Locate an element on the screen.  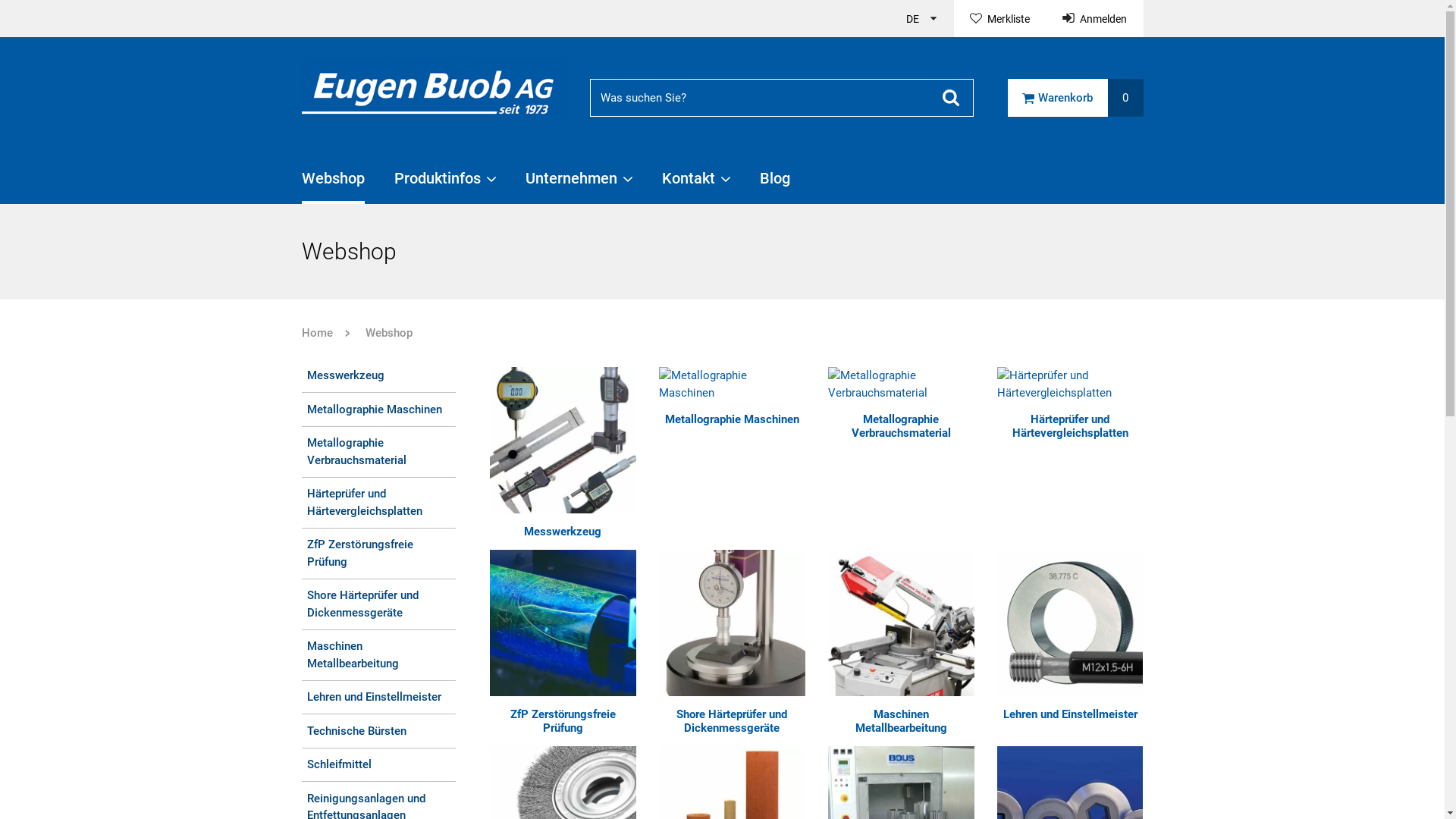
'0' is located at coordinates (1125, 97).